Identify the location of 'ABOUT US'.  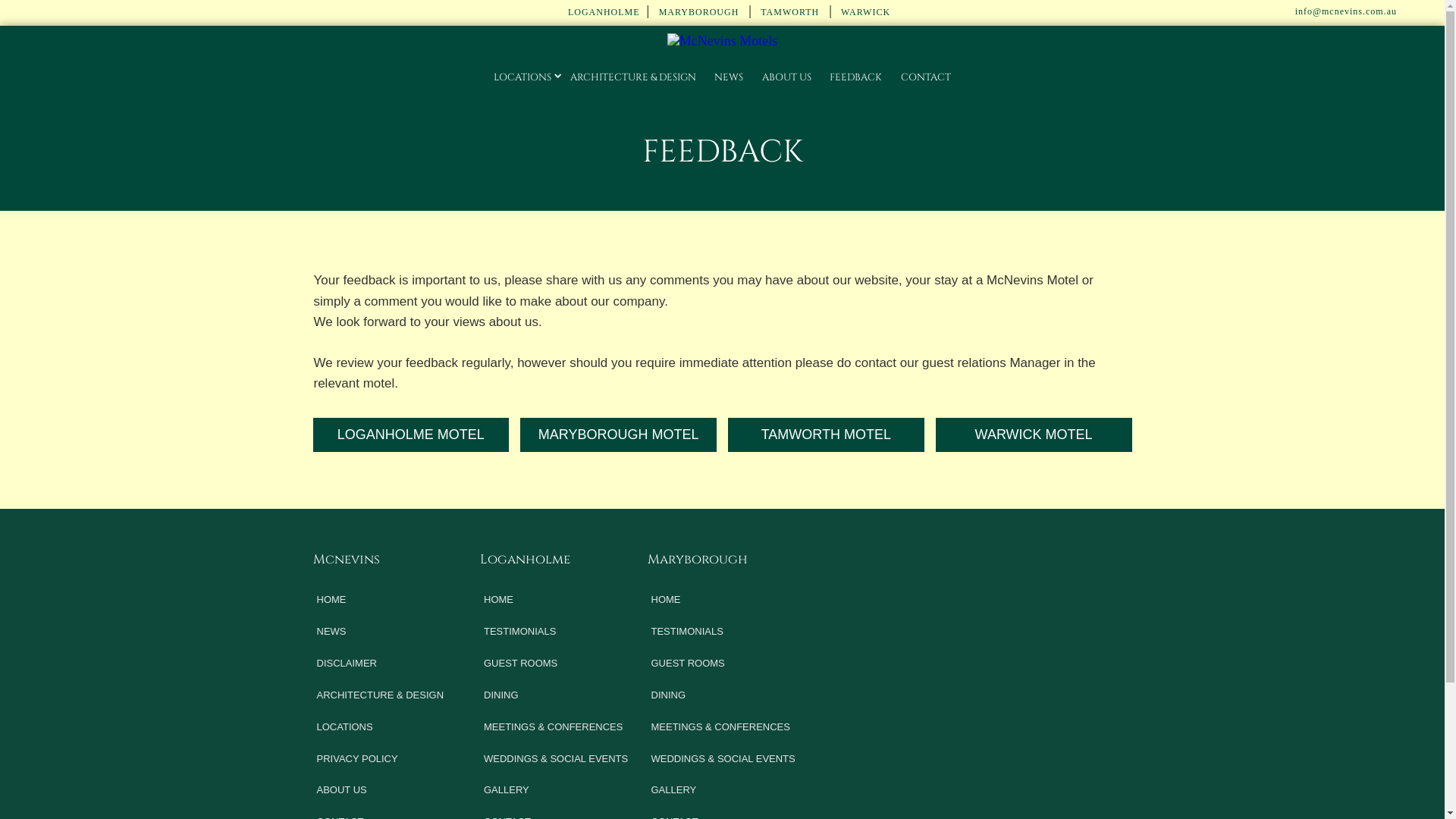
(381, 789).